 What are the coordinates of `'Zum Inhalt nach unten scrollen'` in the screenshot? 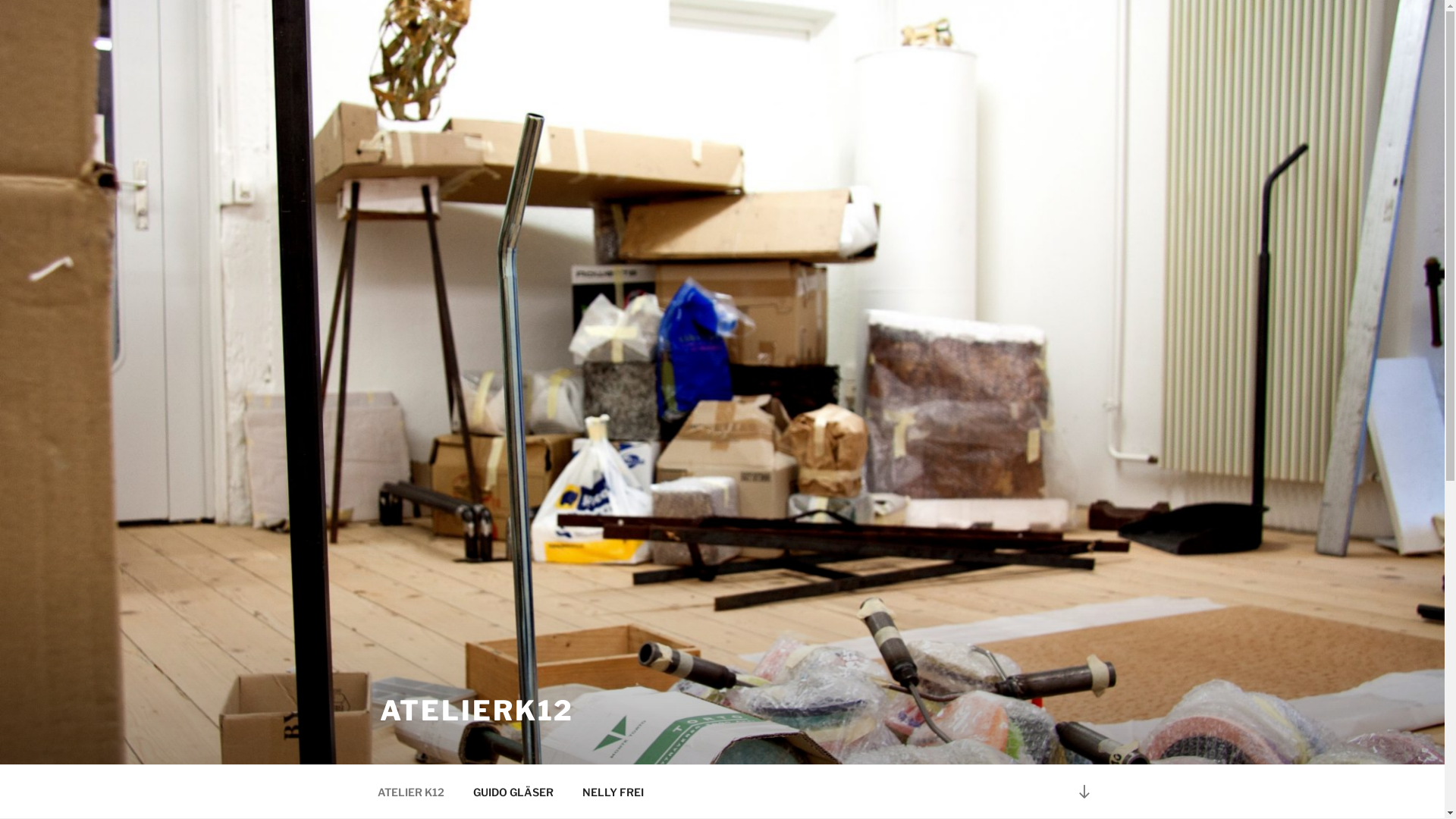 It's located at (1083, 790).